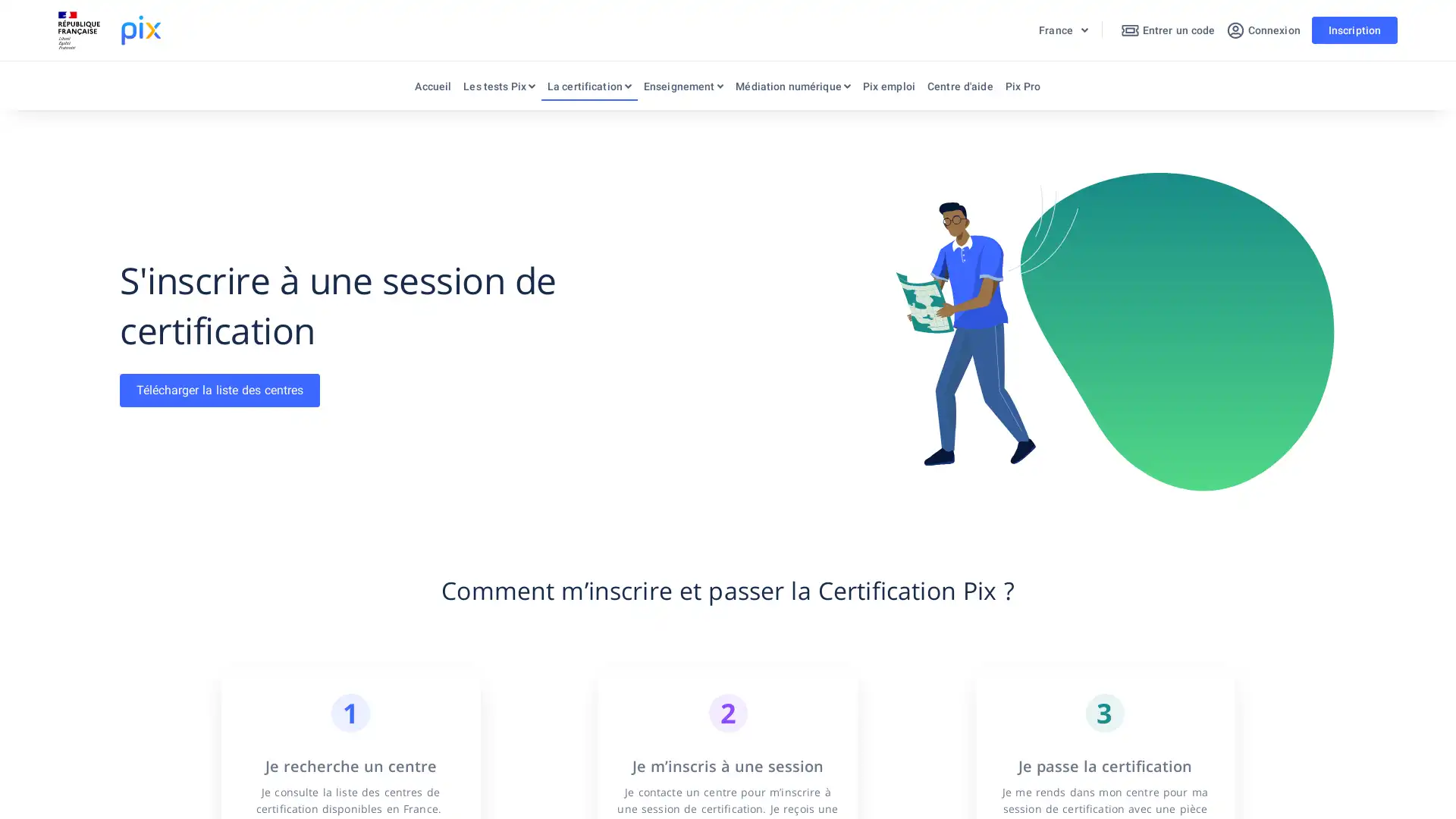  What do you see at coordinates (682, 89) in the screenshot?
I see `Enseignement` at bounding box center [682, 89].